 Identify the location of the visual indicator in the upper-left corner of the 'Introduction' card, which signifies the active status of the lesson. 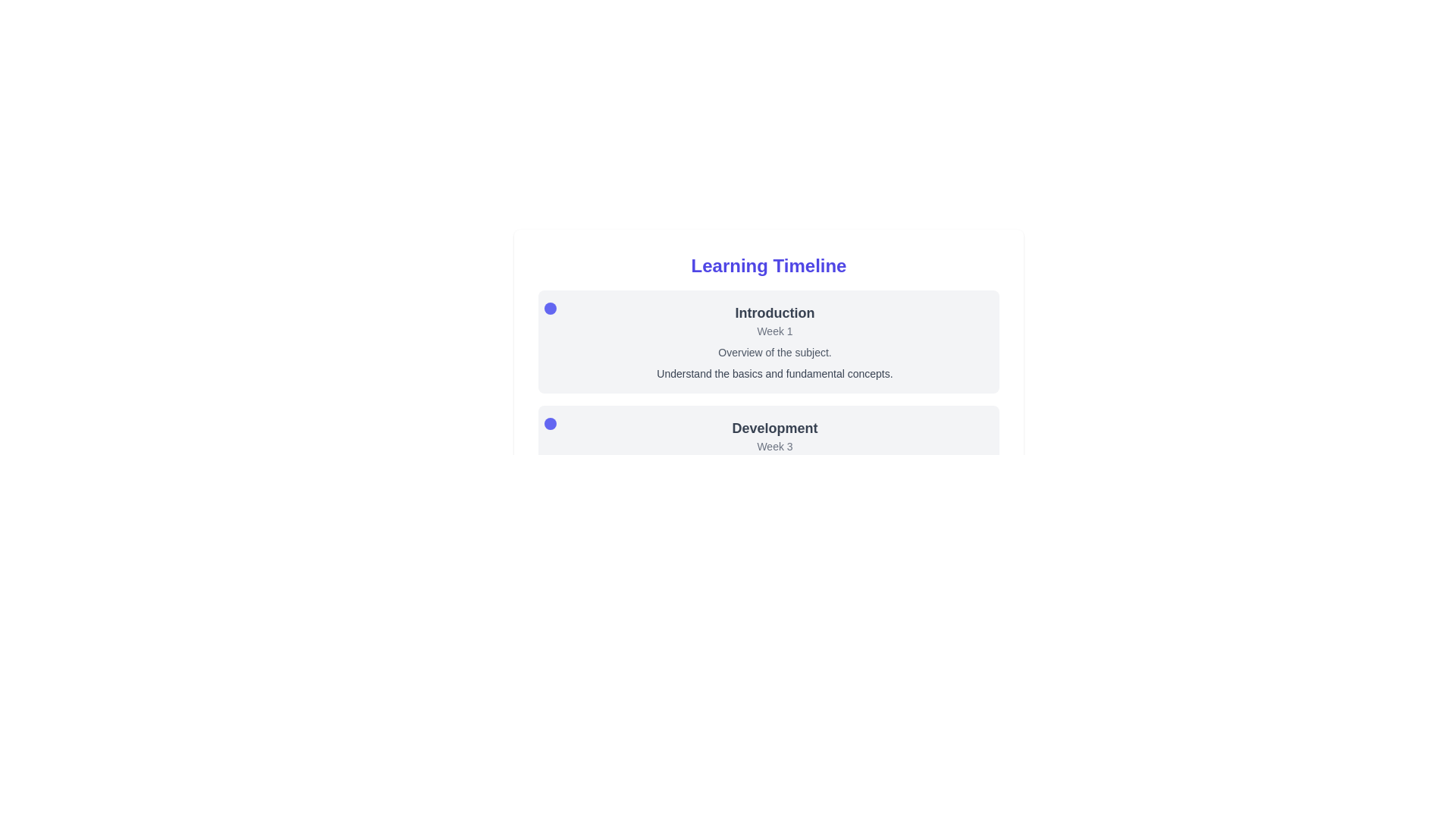
(549, 308).